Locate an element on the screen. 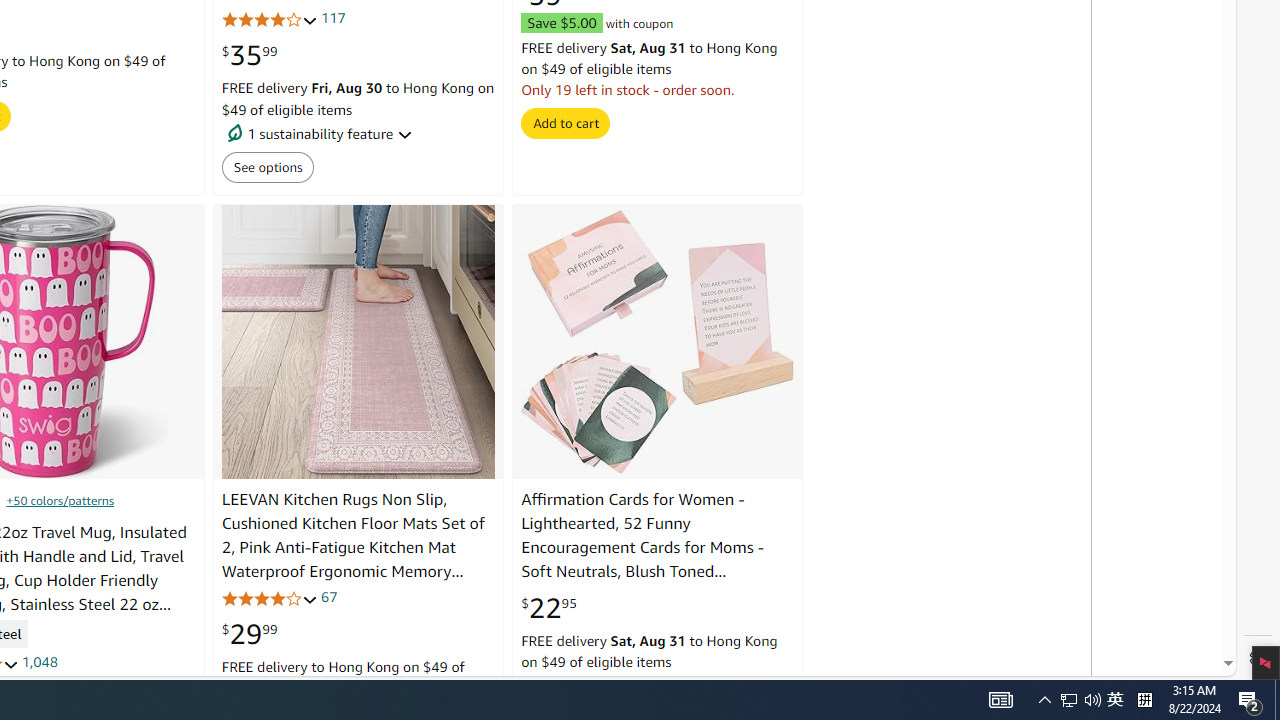 The height and width of the screenshot is (720, 1280). '3.9 out of 5 stars' is located at coordinates (268, 597).